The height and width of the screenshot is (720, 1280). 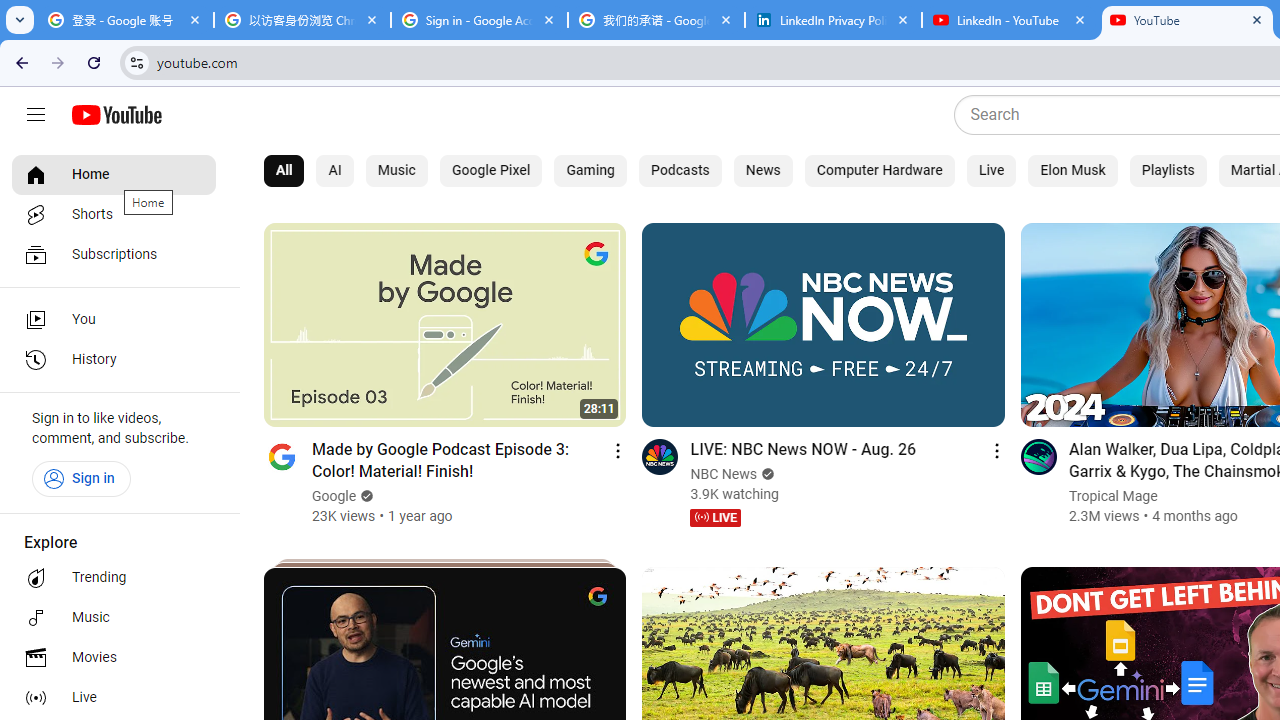 I want to click on 'Sign in', so click(x=80, y=478).